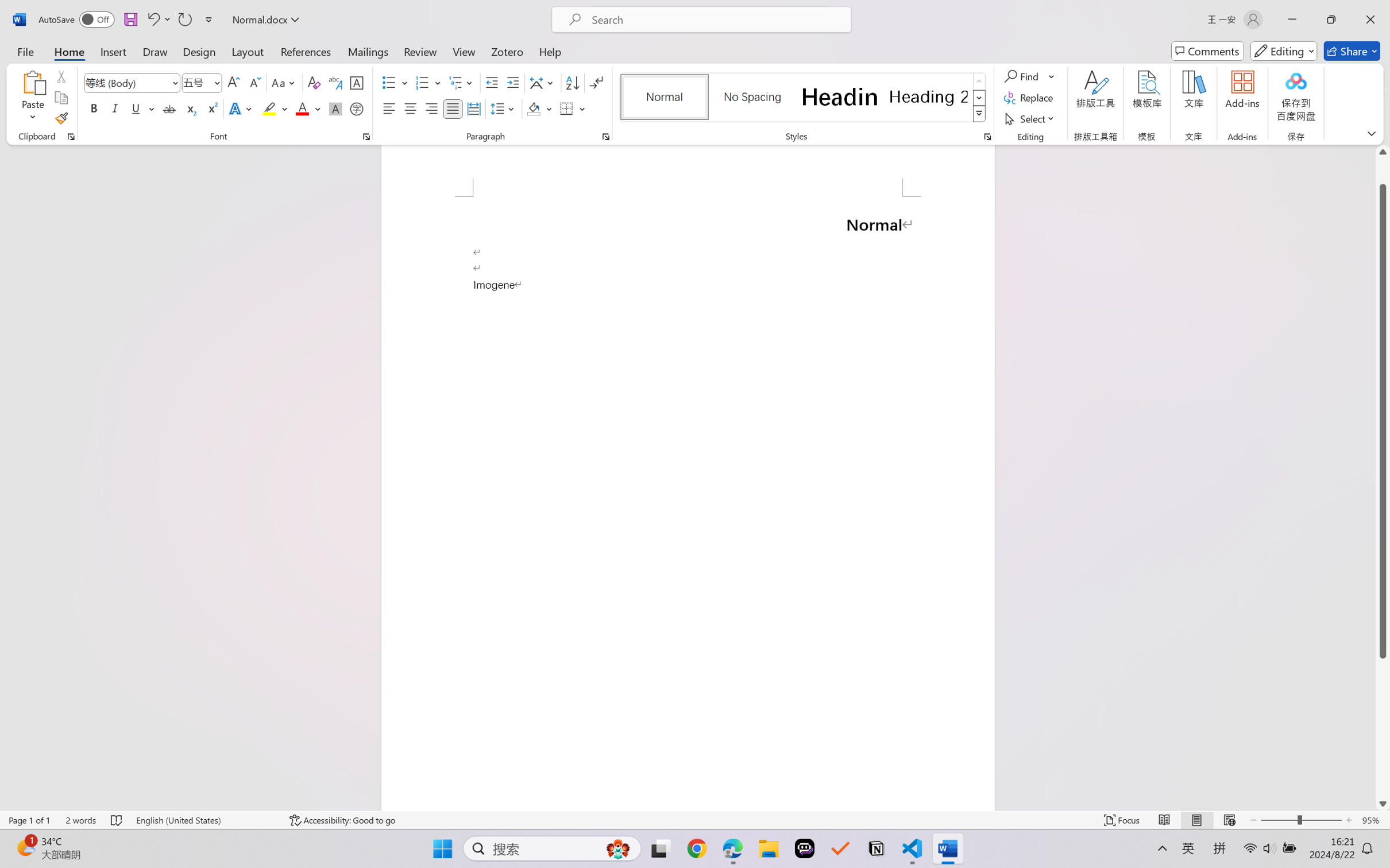 The width and height of the screenshot is (1390, 868). I want to click on 'Office Clipboard...', so click(70, 136).